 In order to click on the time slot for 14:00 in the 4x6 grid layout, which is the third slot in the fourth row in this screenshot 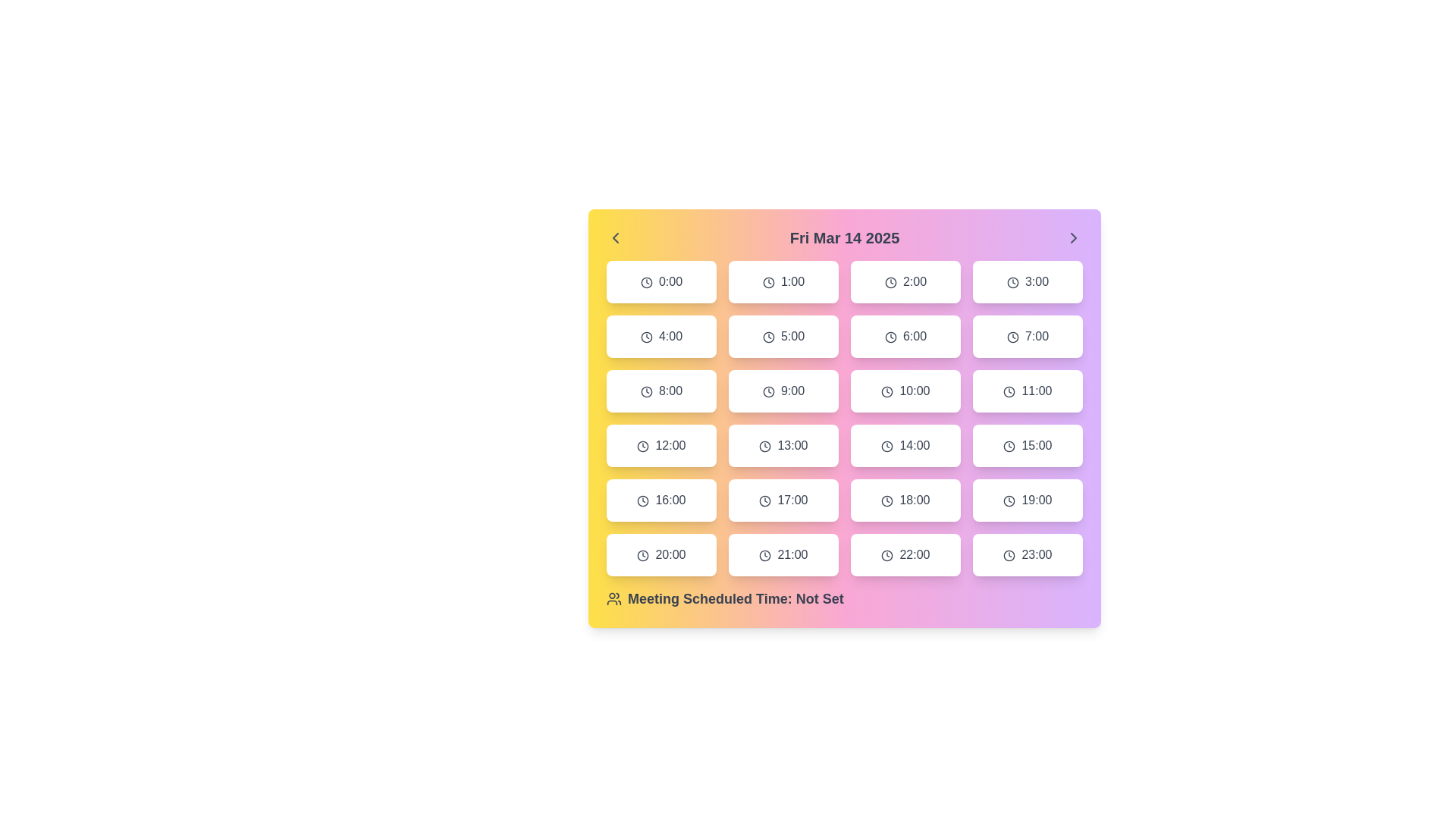, I will do `click(843, 418)`.